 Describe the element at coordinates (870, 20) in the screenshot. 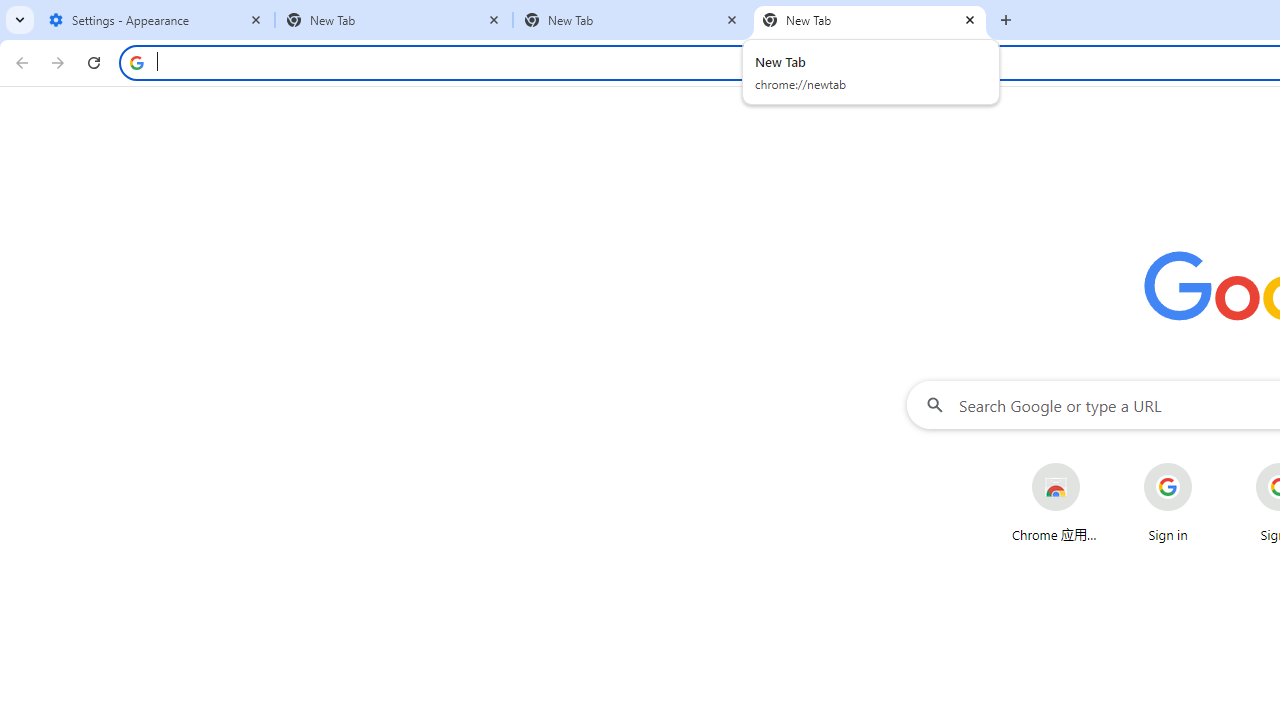

I see `'New Tab'` at that location.